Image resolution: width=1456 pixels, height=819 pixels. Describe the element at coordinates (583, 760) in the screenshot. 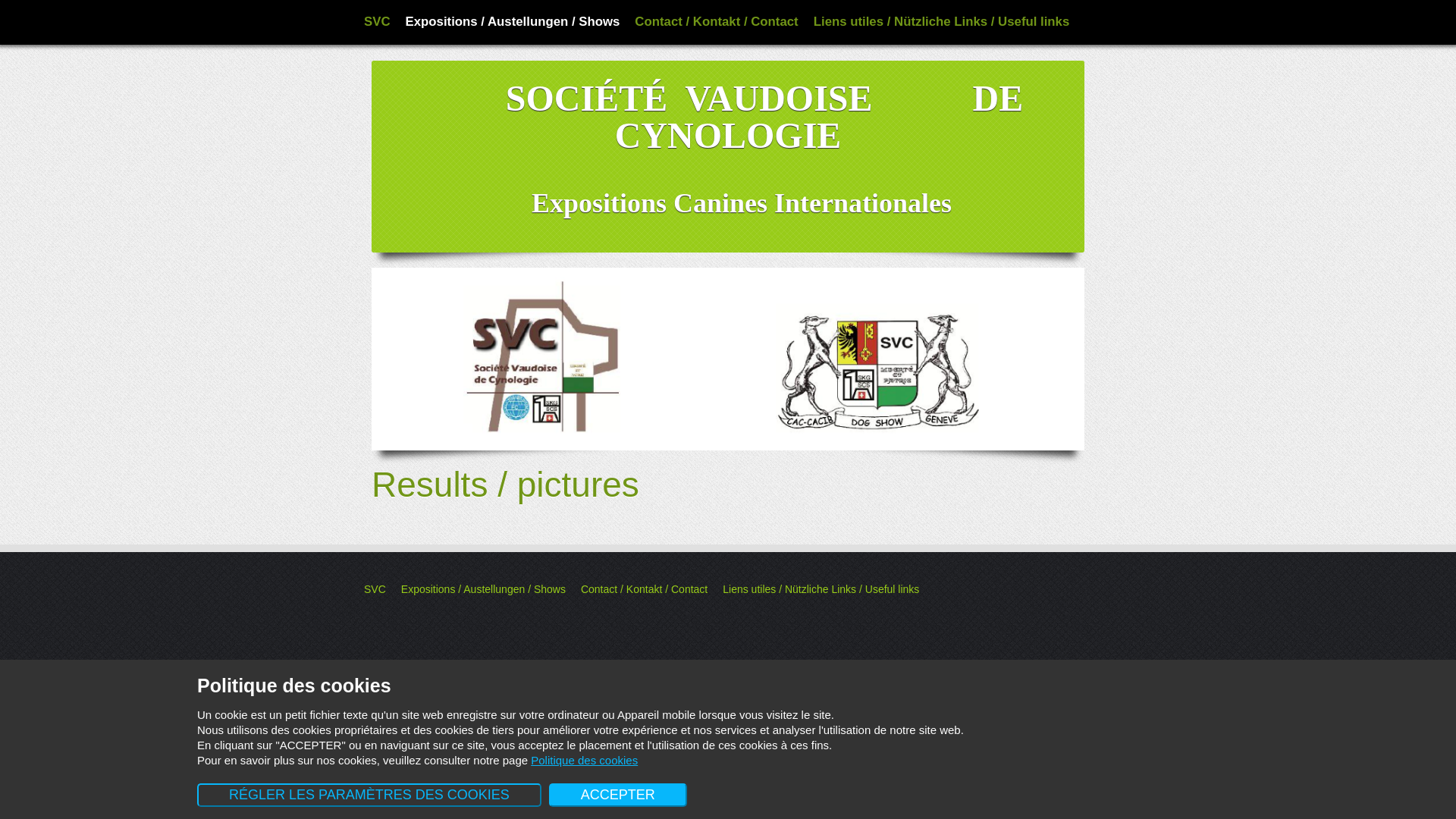

I see `'Politique des cookies'` at that location.